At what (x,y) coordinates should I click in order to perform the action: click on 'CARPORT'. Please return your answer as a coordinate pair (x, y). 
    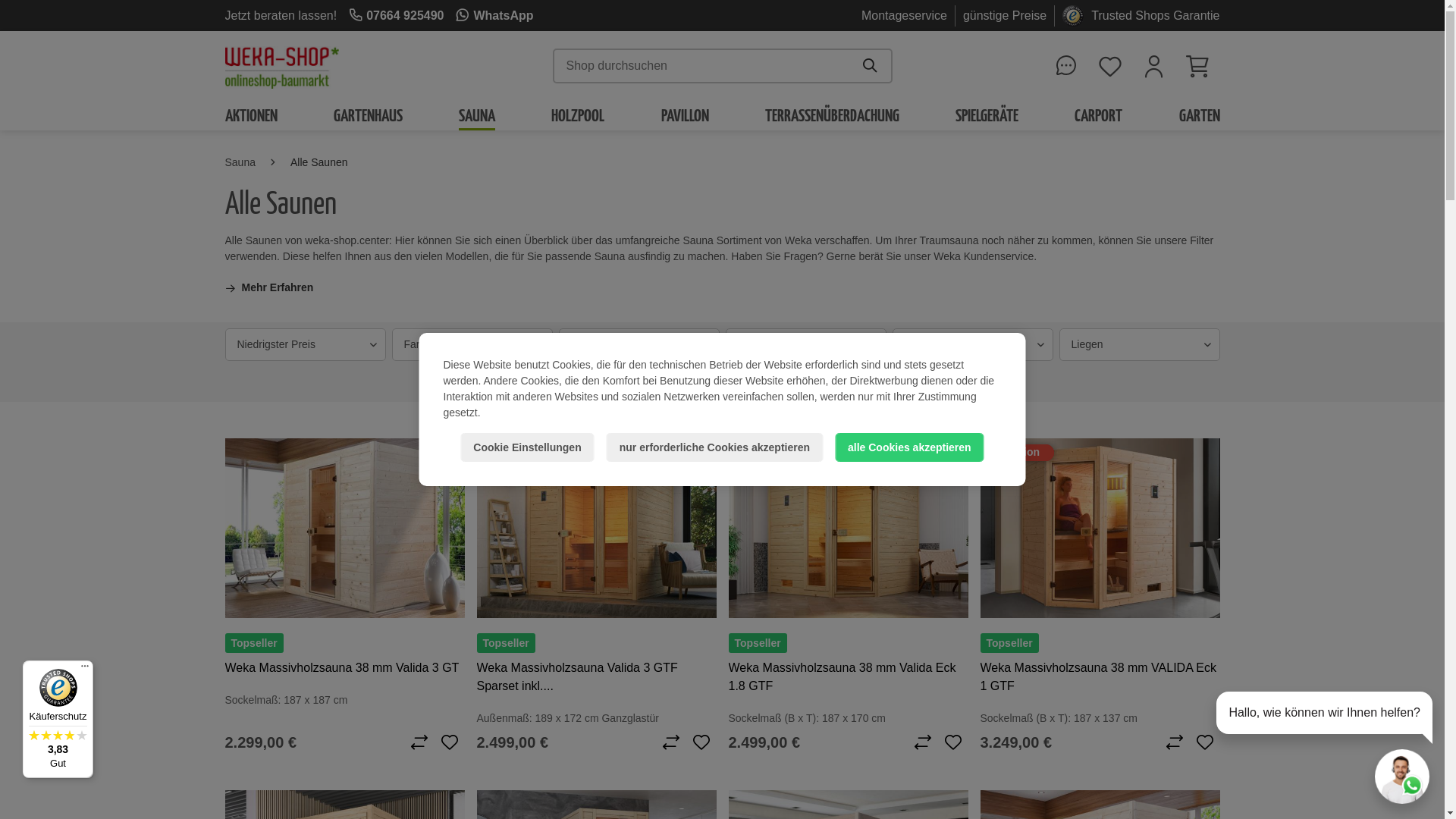
    Looking at the image, I should click on (1098, 113).